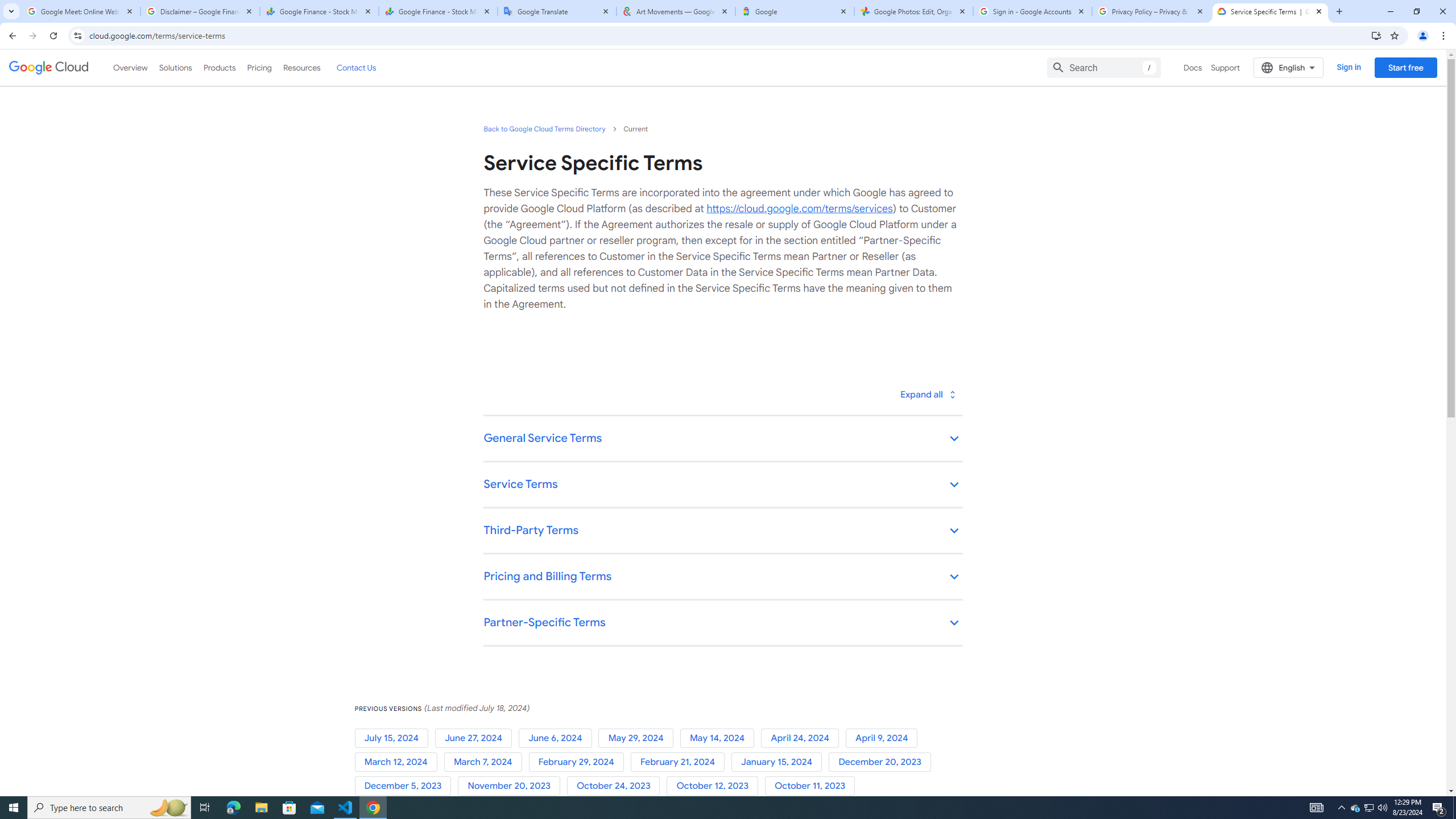 The image size is (1456, 819). I want to click on 'Back to Google Cloud Terms Directory', so click(544, 128).